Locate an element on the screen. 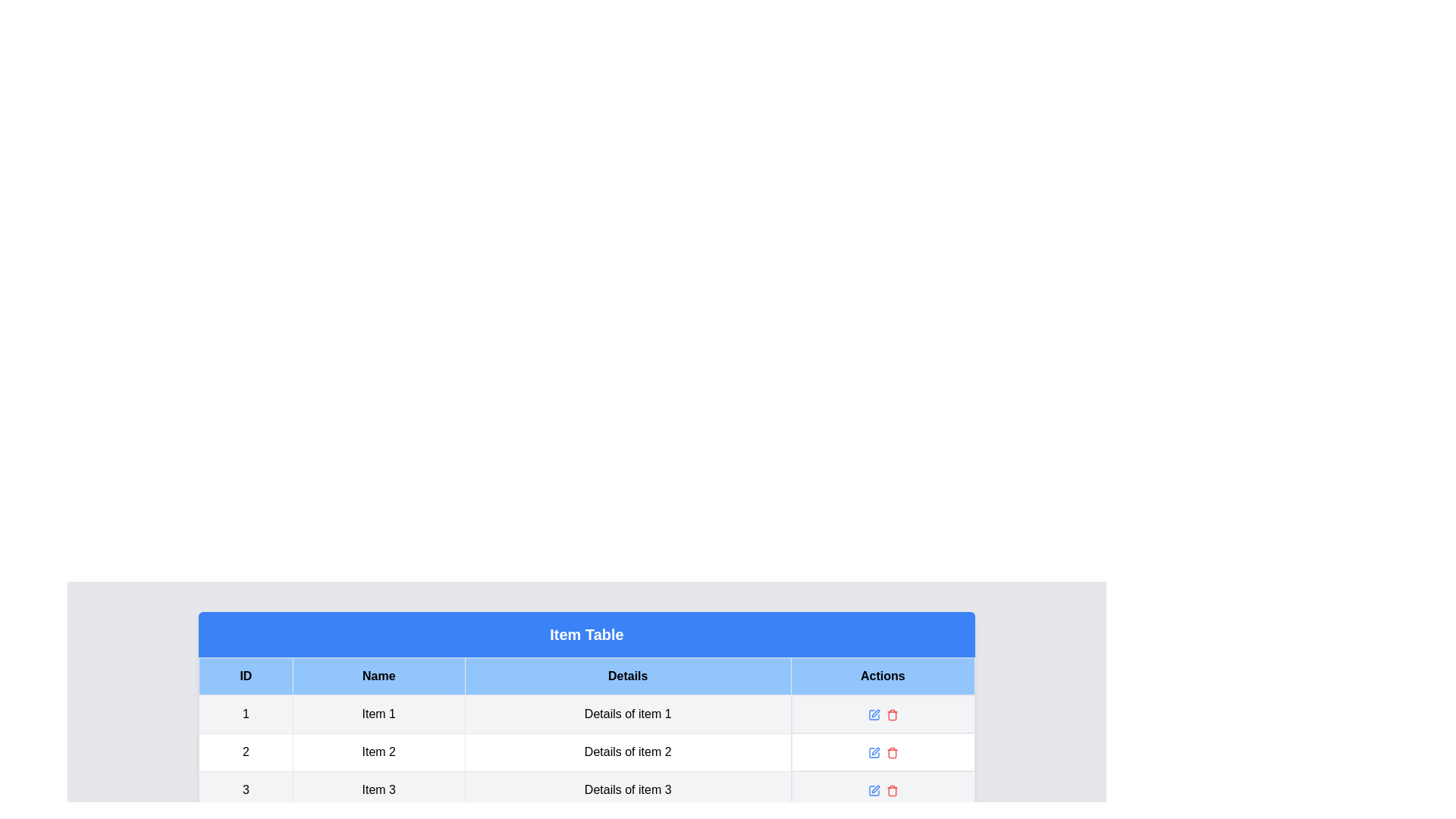 The height and width of the screenshot is (819, 1456). the table header column Name to sort or select it is located at coordinates (378, 675).